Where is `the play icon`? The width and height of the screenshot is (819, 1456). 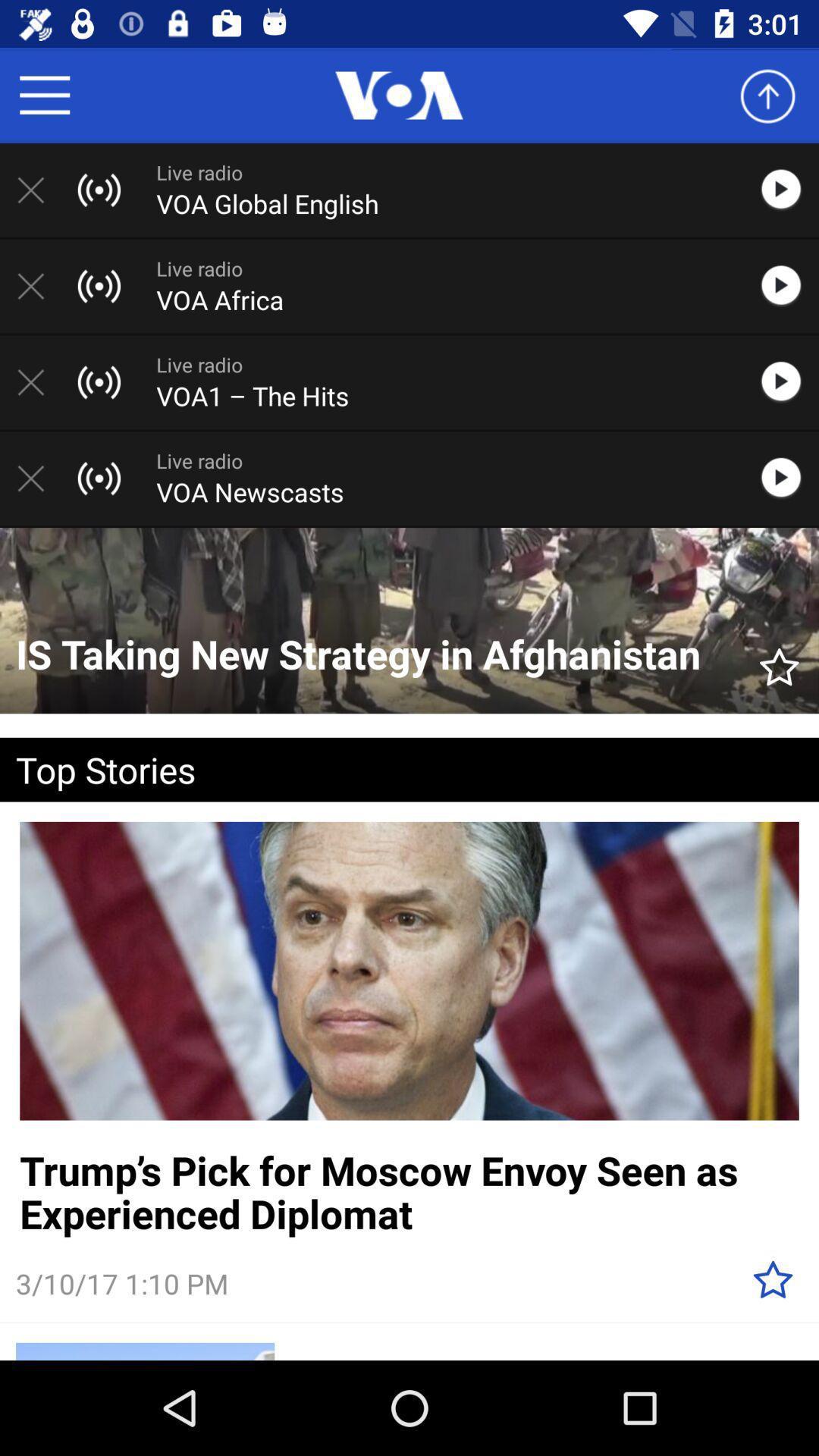
the play icon is located at coordinates (788, 477).